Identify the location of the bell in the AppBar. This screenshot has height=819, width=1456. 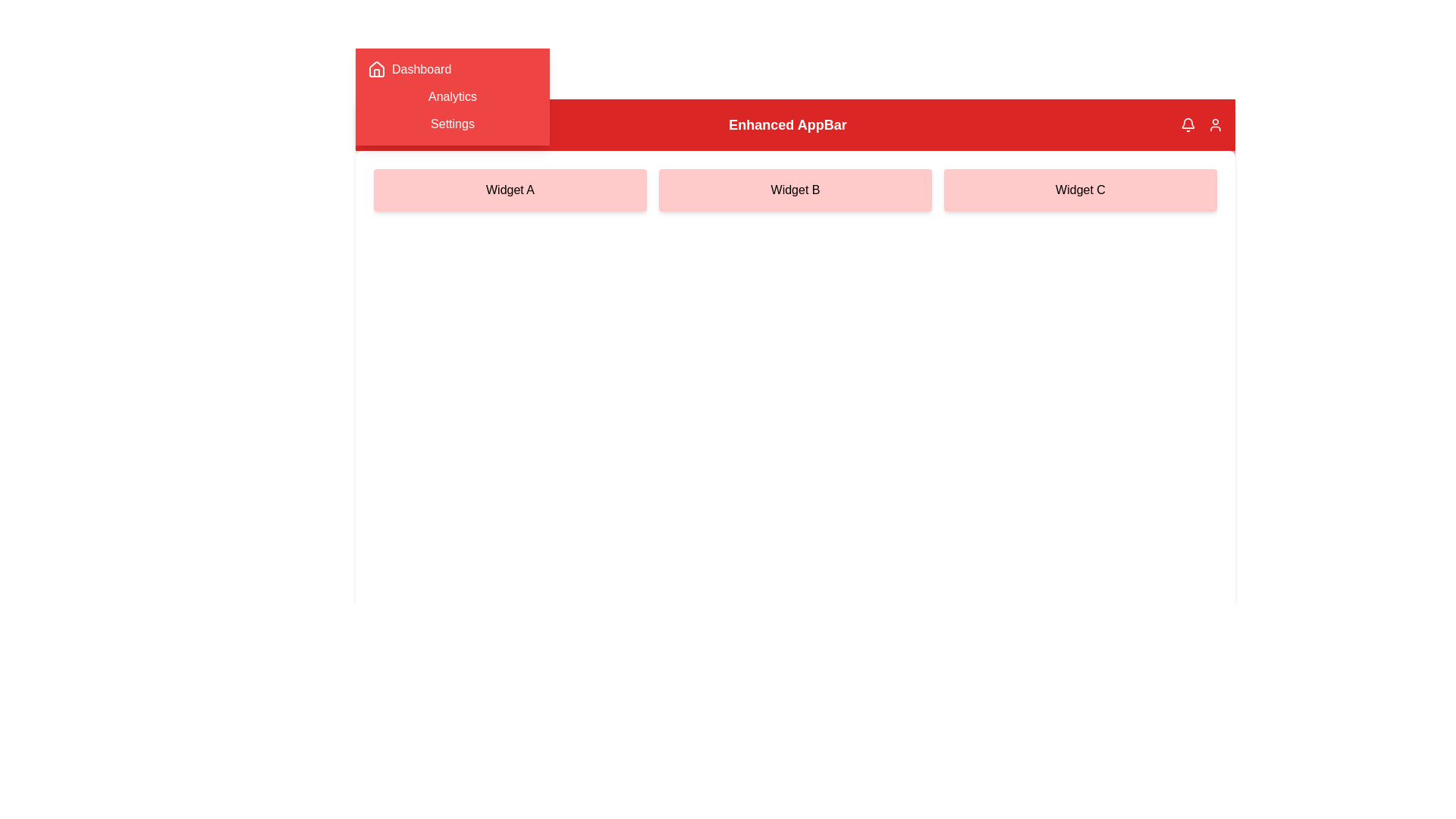
(1187, 124).